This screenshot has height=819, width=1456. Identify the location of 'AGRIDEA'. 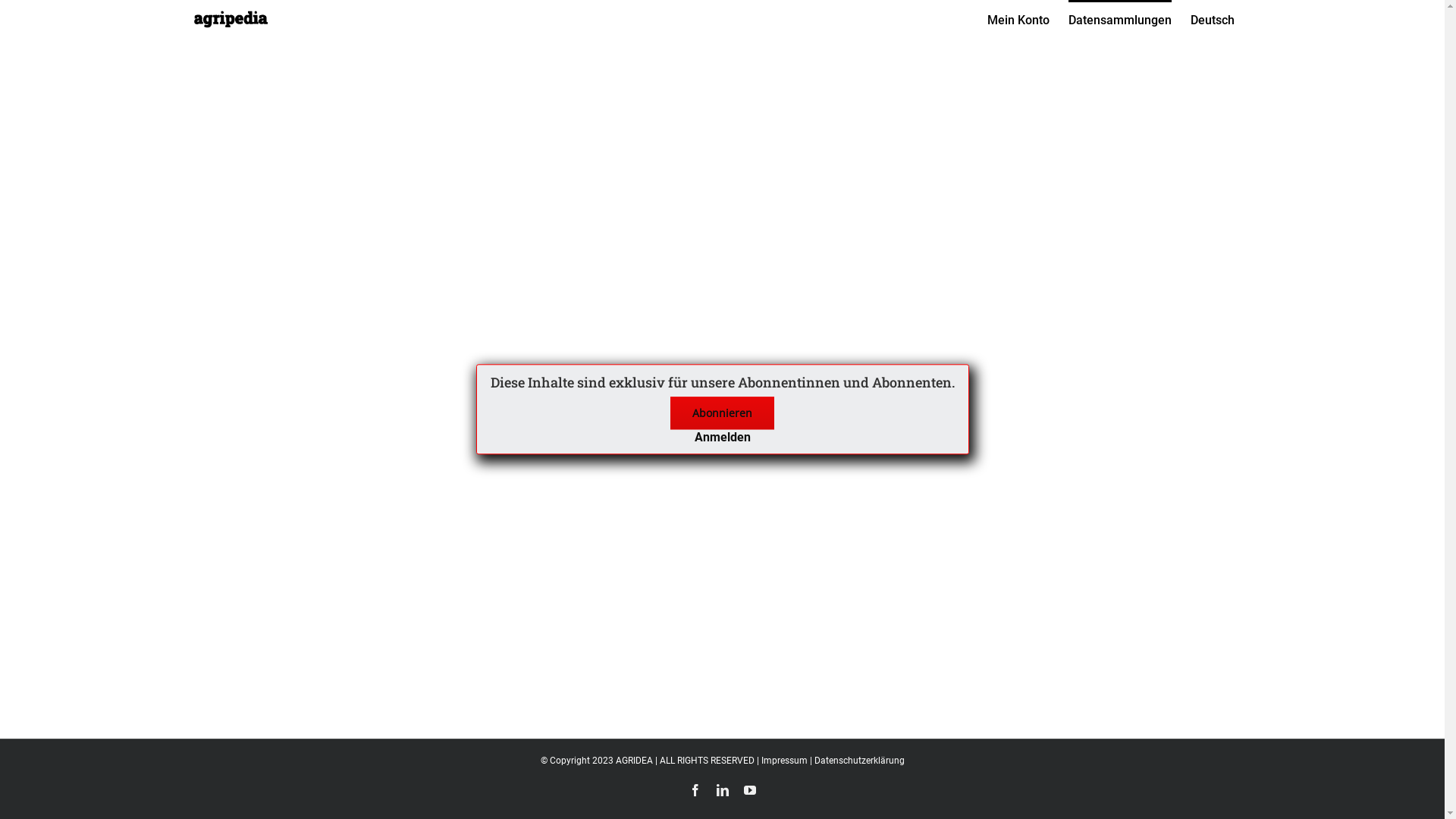
(615, 760).